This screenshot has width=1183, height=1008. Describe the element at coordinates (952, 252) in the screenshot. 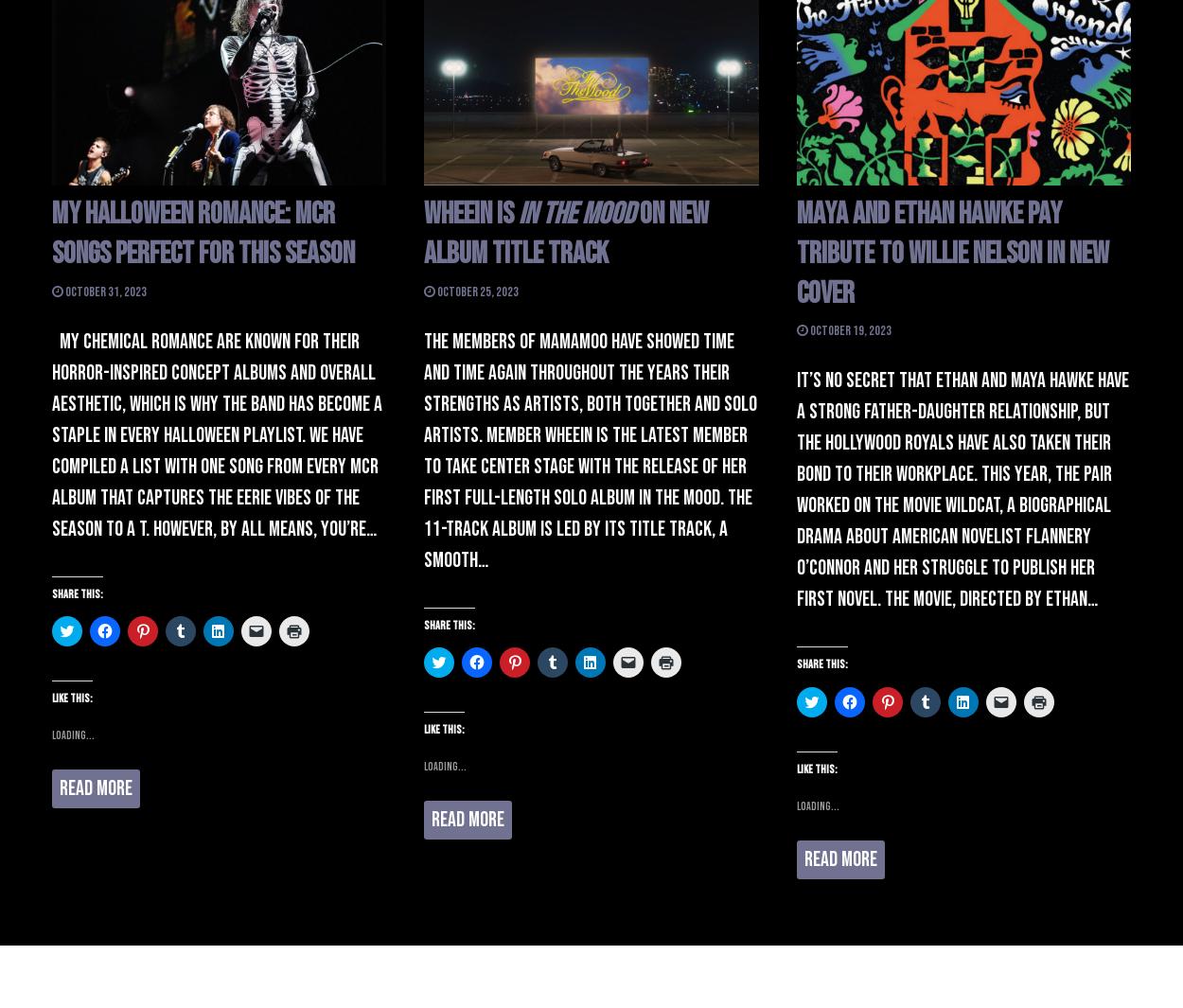

I see `'Maya and Ethan Hawke Pay Tribute to Willie Nelson in New Cover'` at that location.